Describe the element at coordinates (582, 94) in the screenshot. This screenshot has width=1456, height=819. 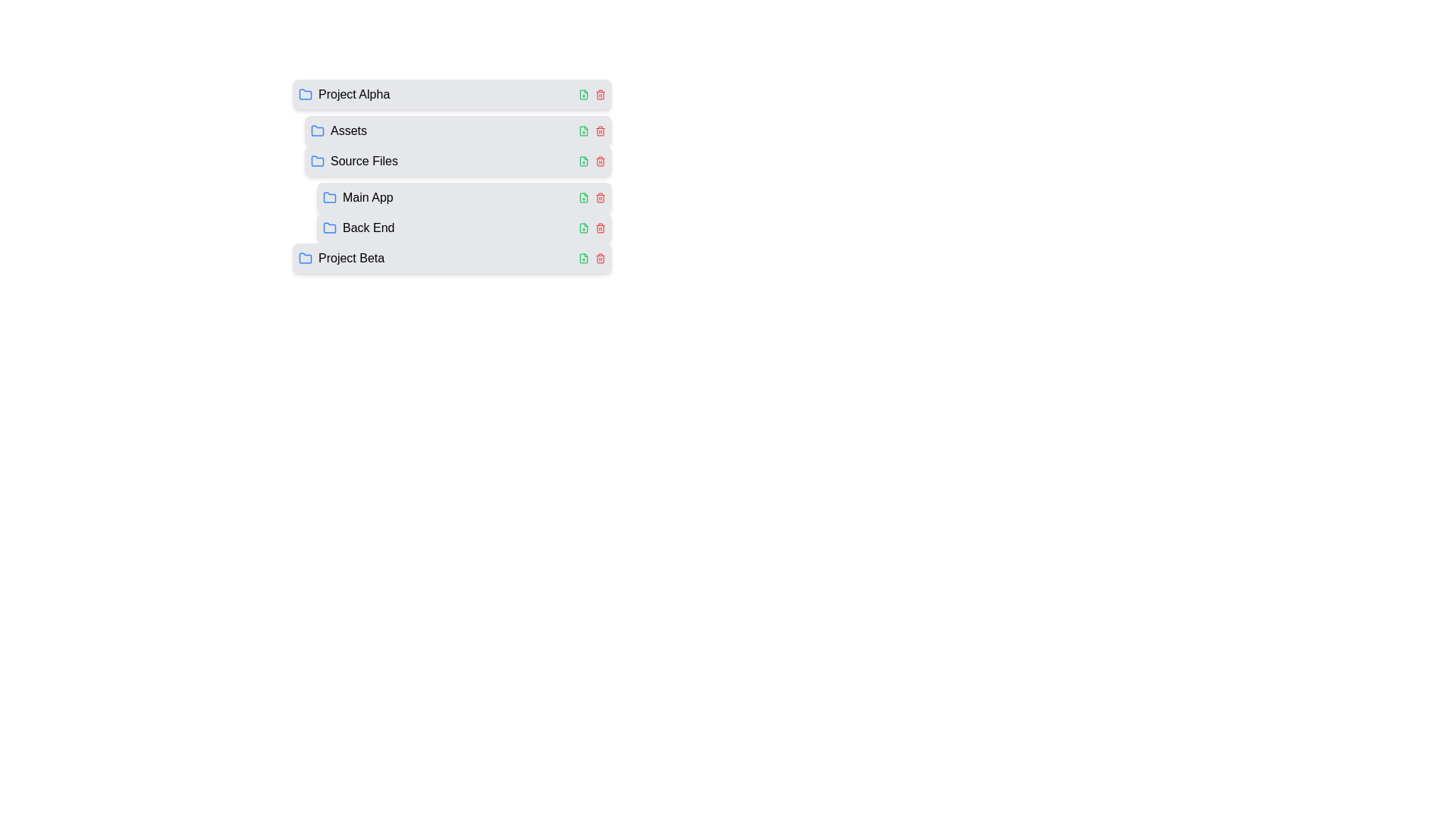
I see `the green file icon button with a plus sign located to the right of the 'Project Alpha' text` at that location.